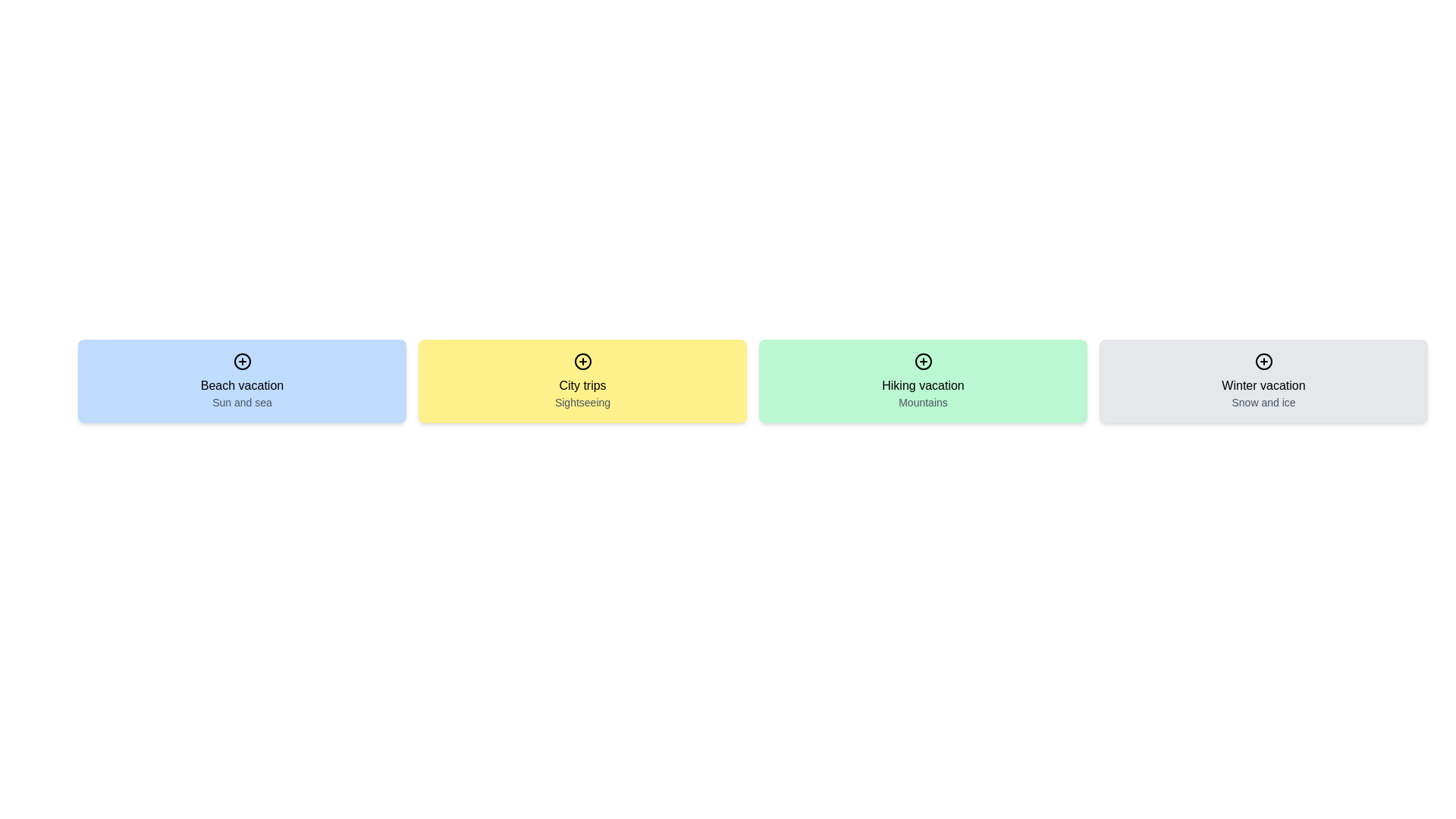 This screenshot has height=819, width=1456. Describe the element at coordinates (922, 385) in the screenshot. I see `the static text label 'Hiking vacation' located in the third card from the left, positioned above the text 'Mountains'` at that location.